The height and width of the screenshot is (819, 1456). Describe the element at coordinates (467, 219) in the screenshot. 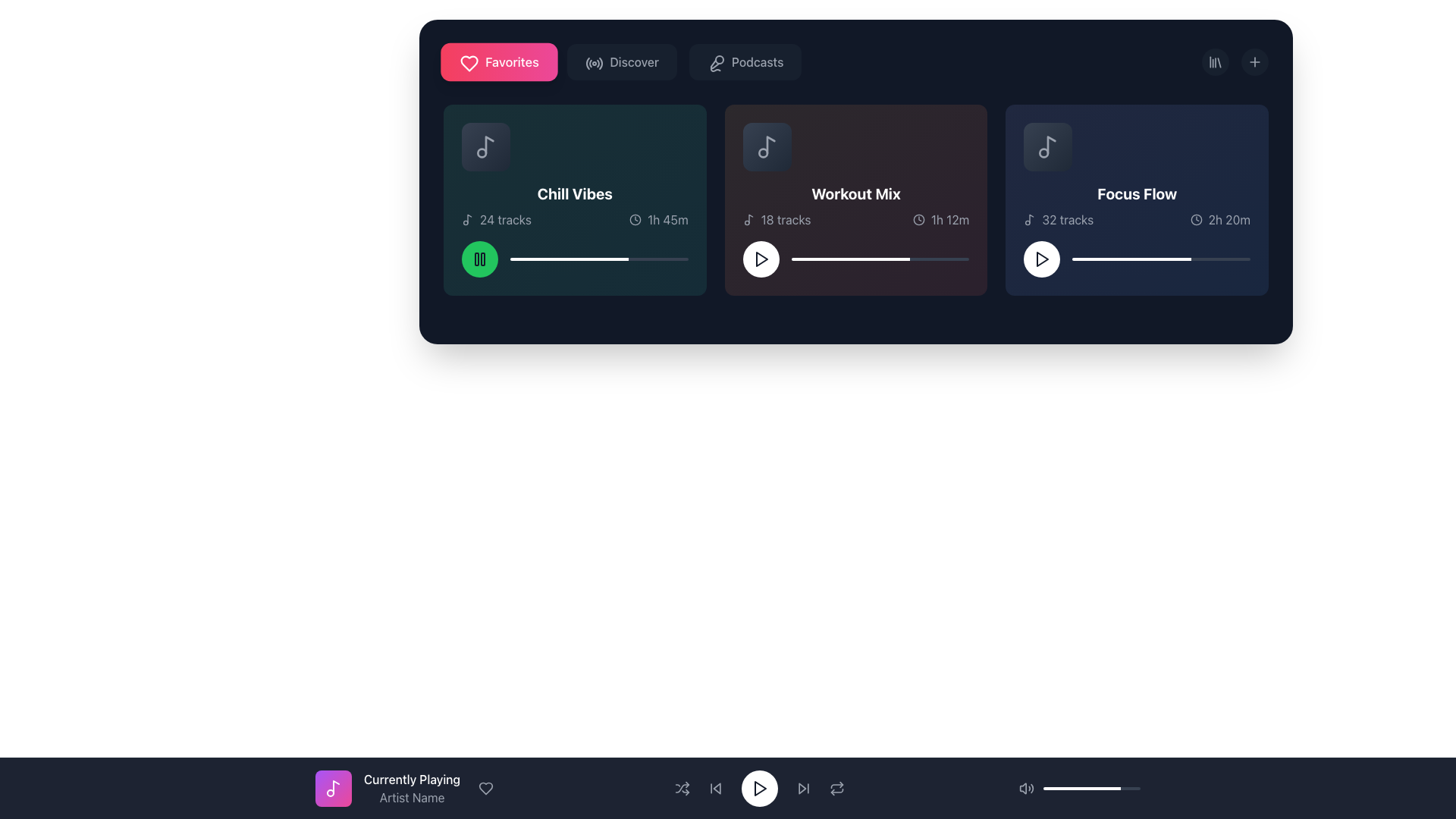

I see `the music icon located at the top-left of the 'Chill Vibes' card, which is positioned to the left of the text '24 tracks'` at that location.